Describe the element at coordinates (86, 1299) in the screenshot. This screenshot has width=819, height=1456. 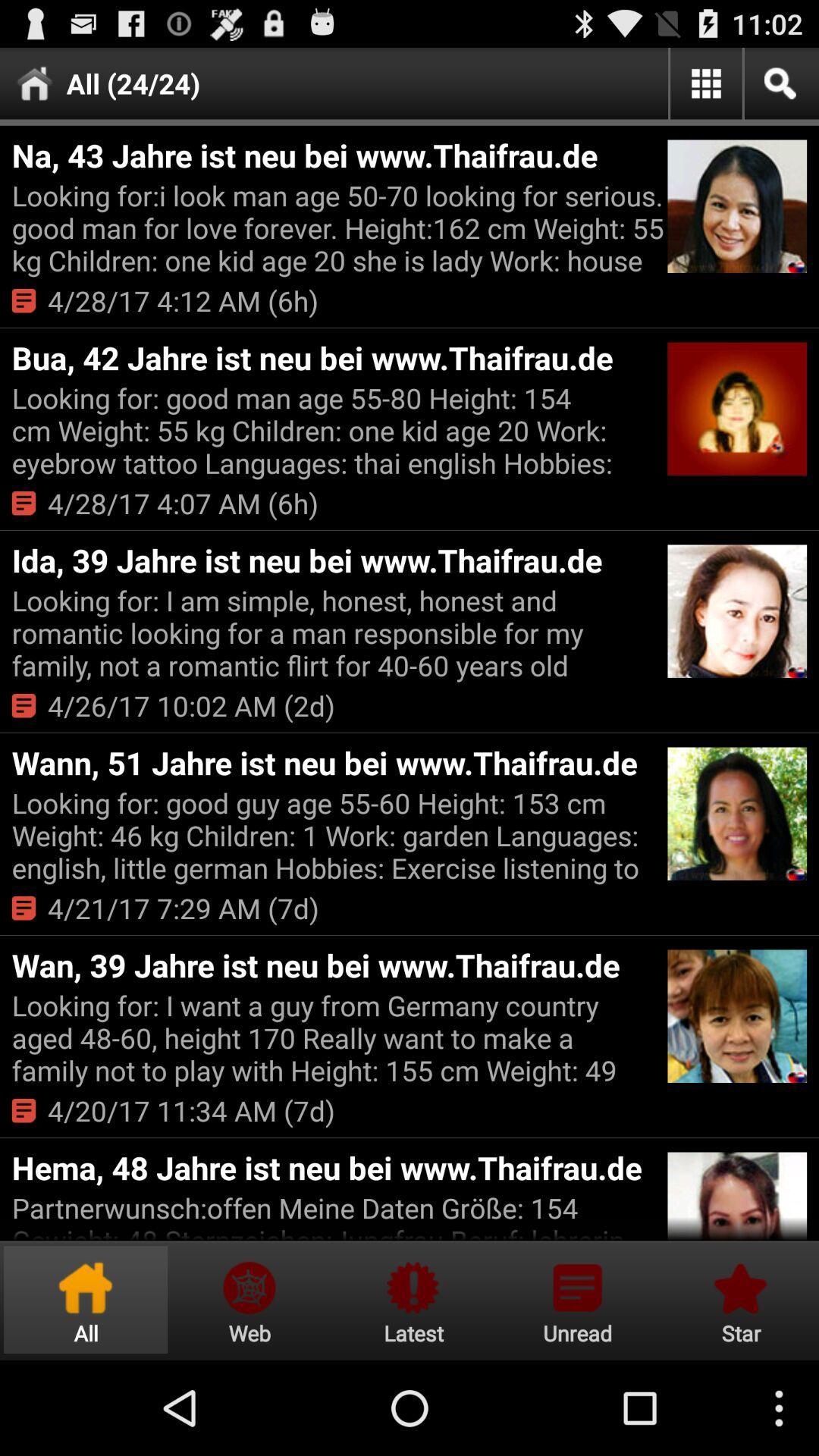
I see `icon below partnerwunsch offen meine item` at that location.